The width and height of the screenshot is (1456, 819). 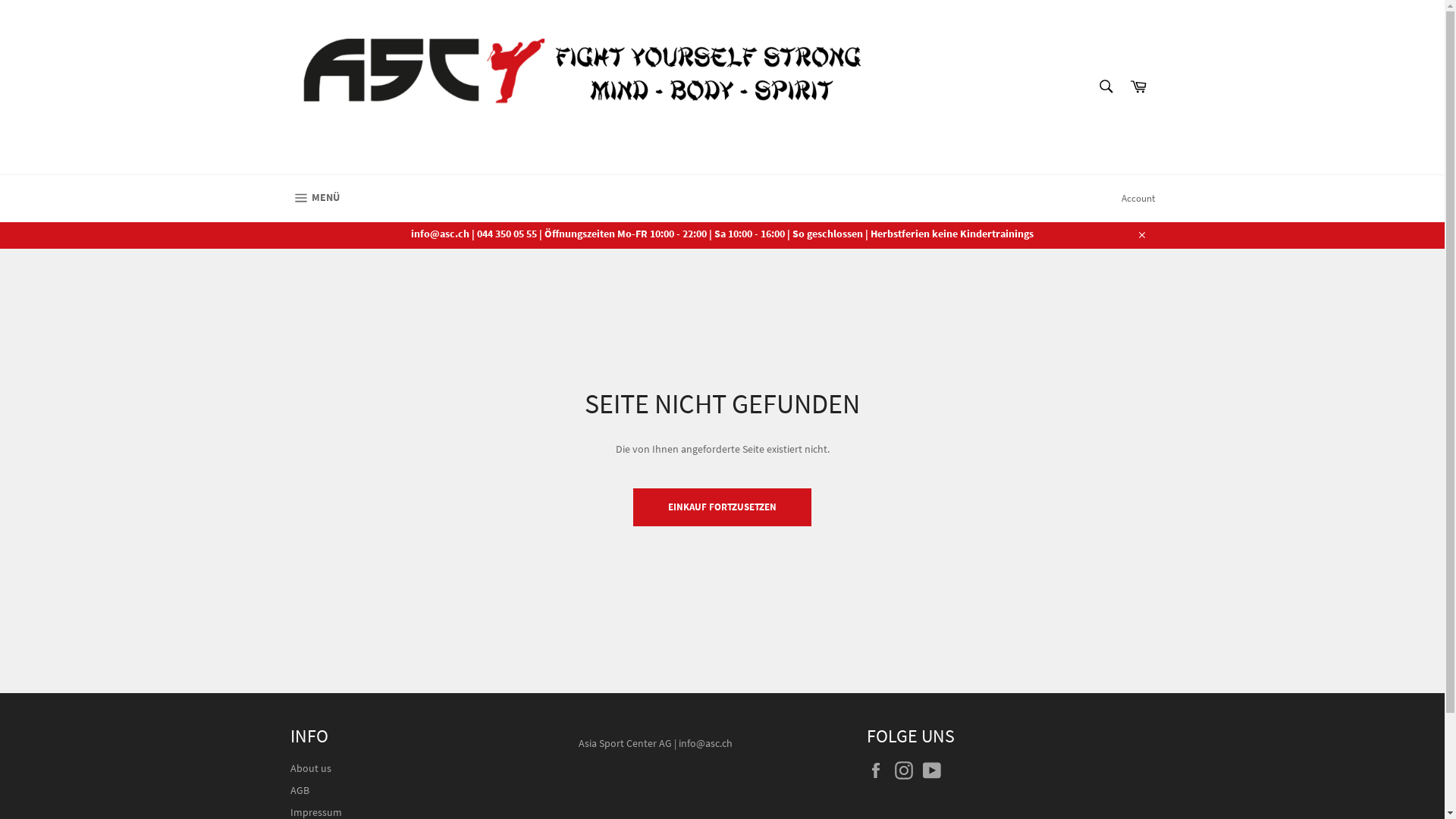 I want to click on 'YouTube', so click(x=934, y=770).